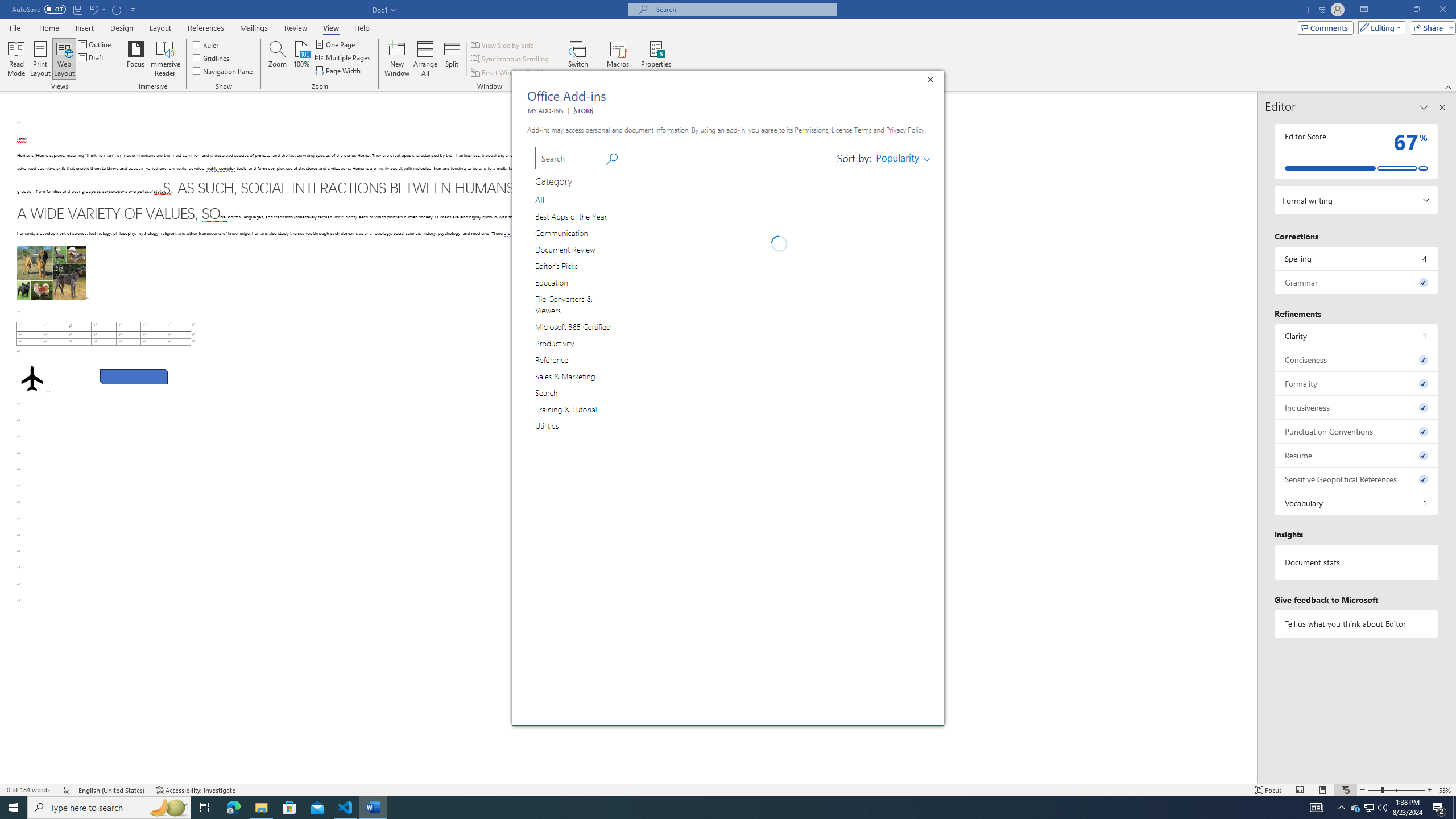  What do you see at coordinates (568, 249) in the screenshot?
I see `'Category Group Document Review 4 of 14'` at bounding box center [568, 249].